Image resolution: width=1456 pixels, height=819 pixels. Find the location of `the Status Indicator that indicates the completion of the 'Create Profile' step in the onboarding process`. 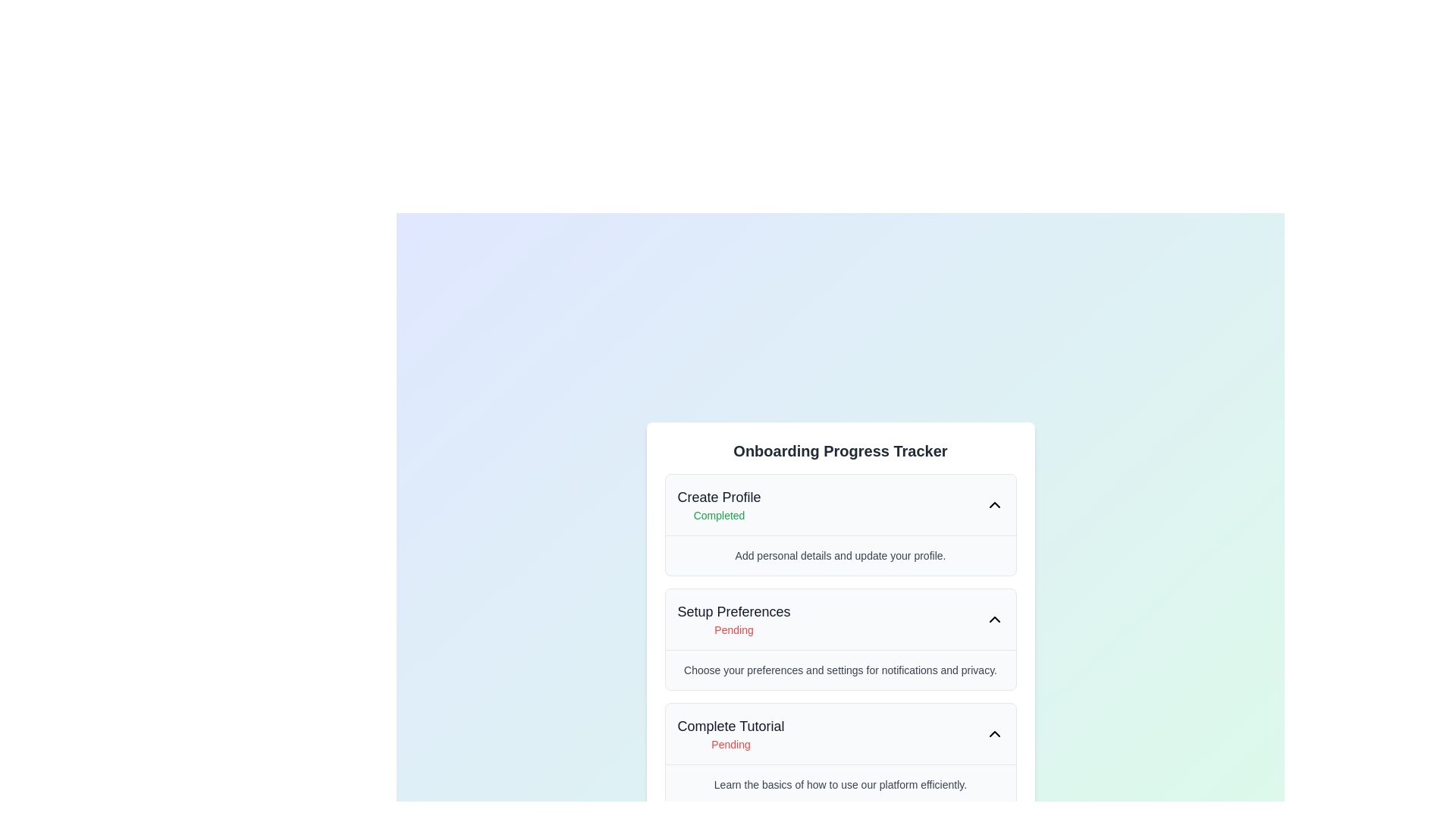

the Status Indicator that indicates the completion of the 'Create Profile' step in the onboarding process is located at coordinates (718, 504).